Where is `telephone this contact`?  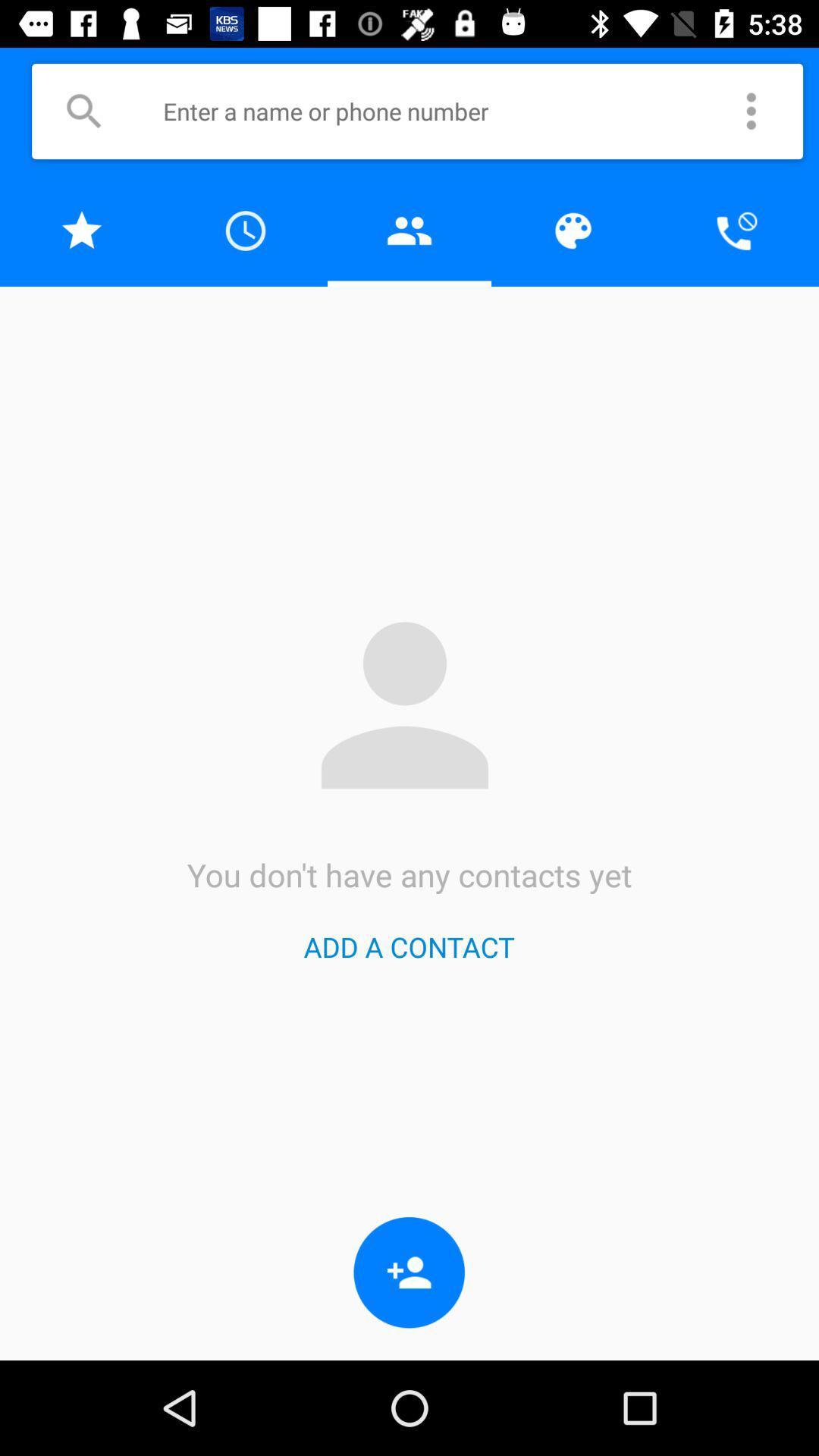
telephone this contact is located at coordinates (736, 230).